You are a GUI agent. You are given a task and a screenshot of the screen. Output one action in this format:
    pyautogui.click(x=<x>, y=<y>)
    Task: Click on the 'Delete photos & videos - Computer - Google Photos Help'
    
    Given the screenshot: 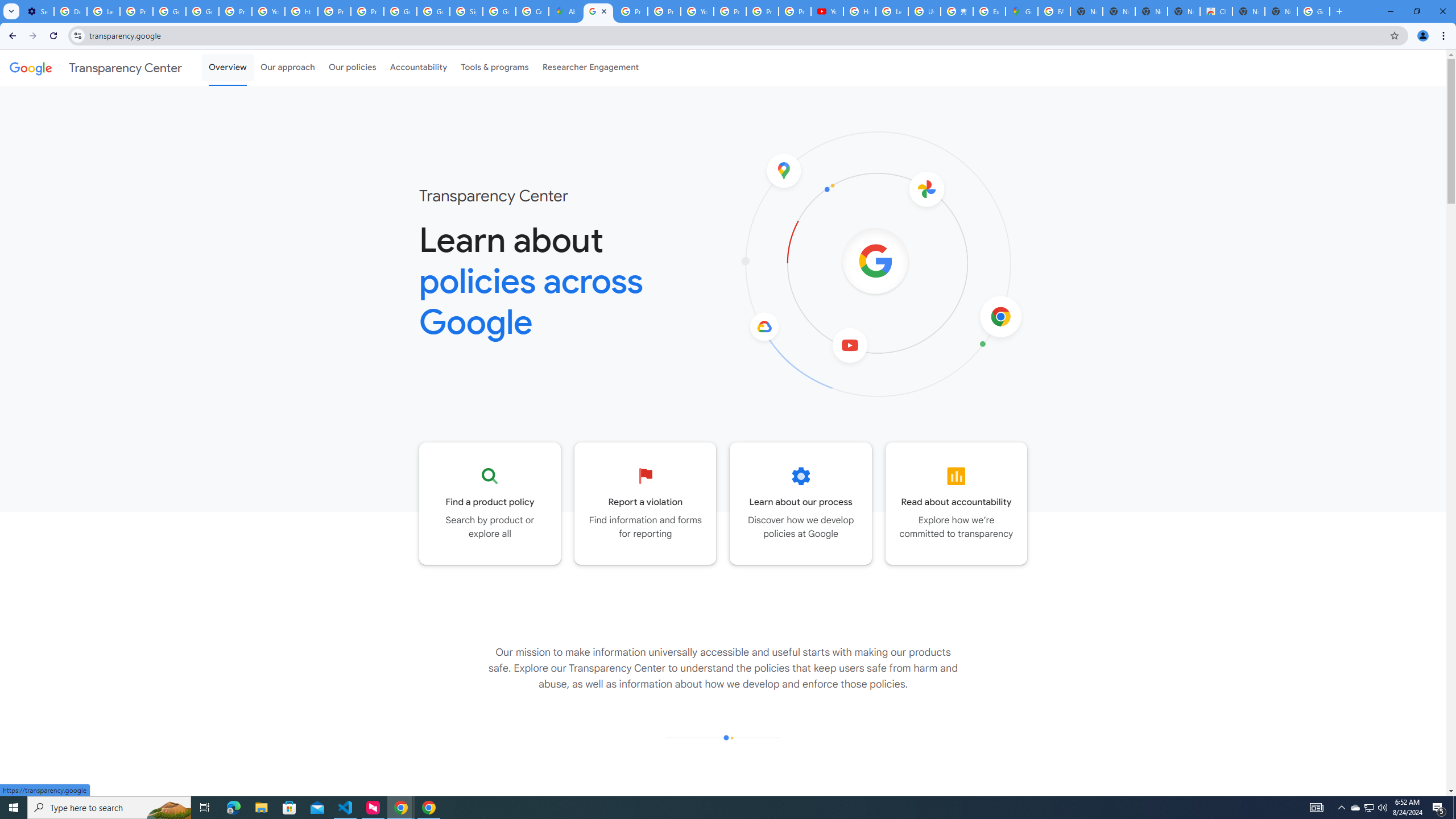 What is the action you would take?
    pyautogui.click(x=70, y=11)
    